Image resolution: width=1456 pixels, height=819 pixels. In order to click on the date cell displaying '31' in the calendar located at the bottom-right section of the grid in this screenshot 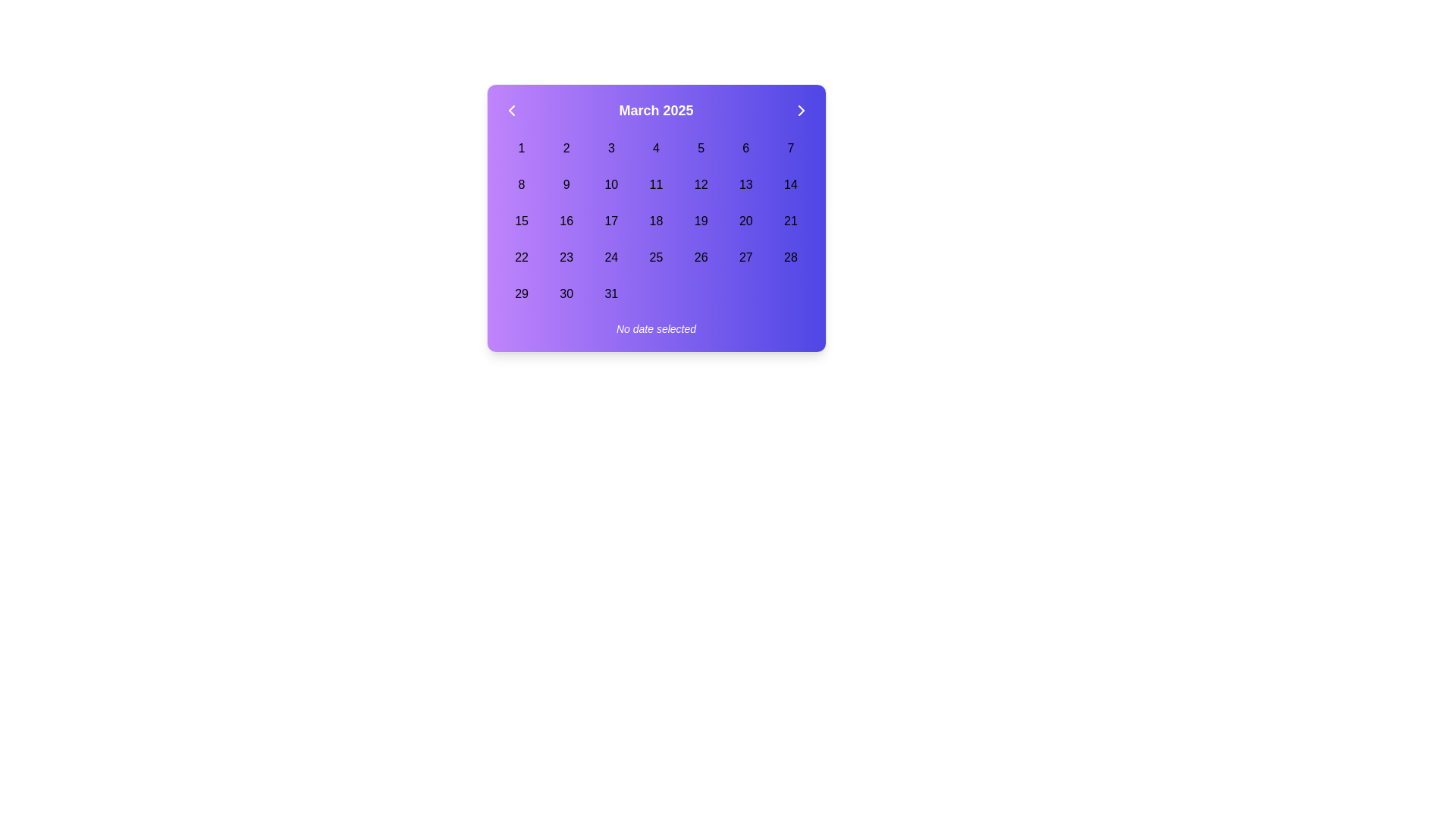, I will do `click(611, 294)`.